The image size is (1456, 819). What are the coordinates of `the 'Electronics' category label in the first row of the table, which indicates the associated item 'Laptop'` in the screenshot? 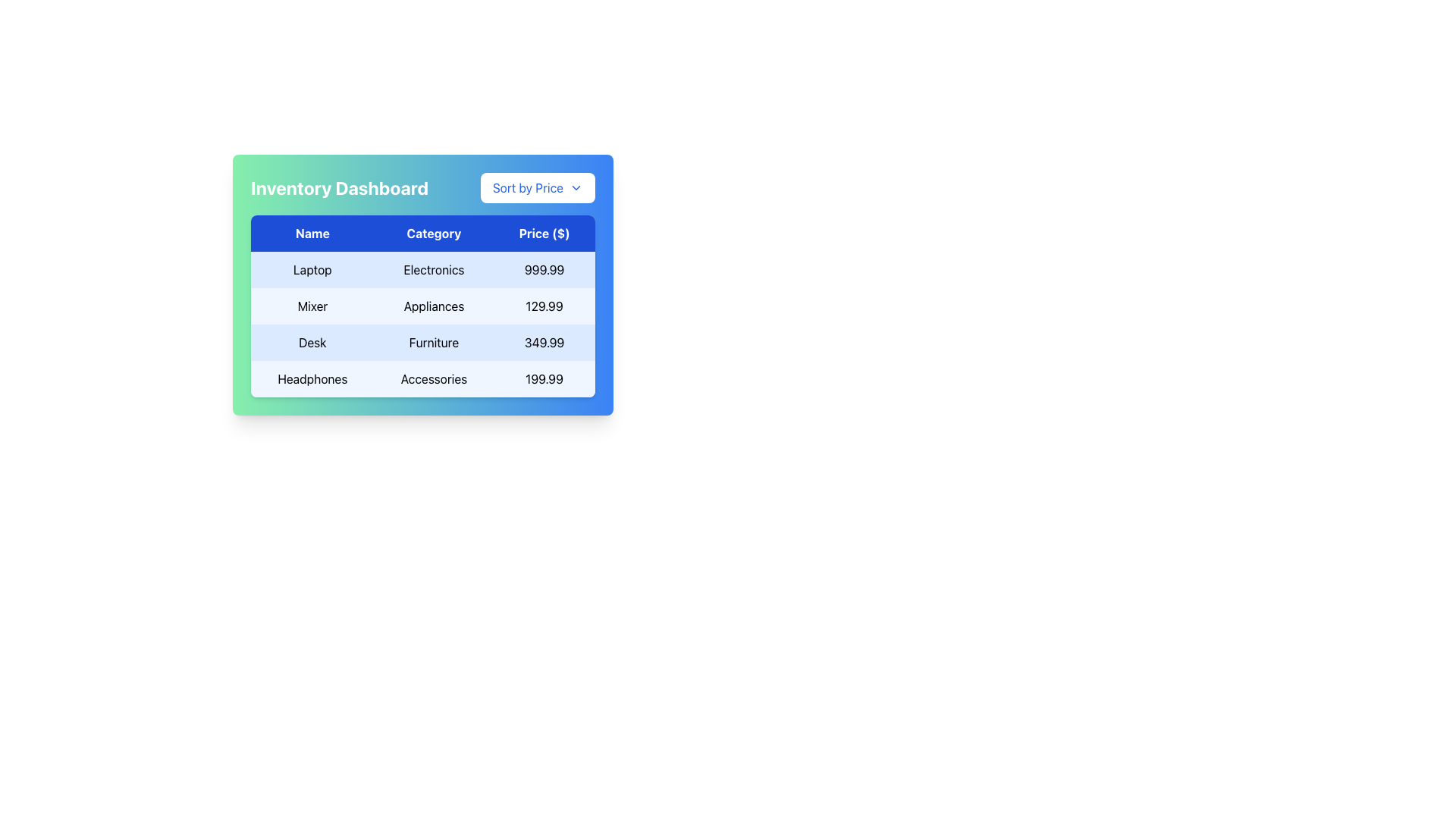 It's located at (433, 268).